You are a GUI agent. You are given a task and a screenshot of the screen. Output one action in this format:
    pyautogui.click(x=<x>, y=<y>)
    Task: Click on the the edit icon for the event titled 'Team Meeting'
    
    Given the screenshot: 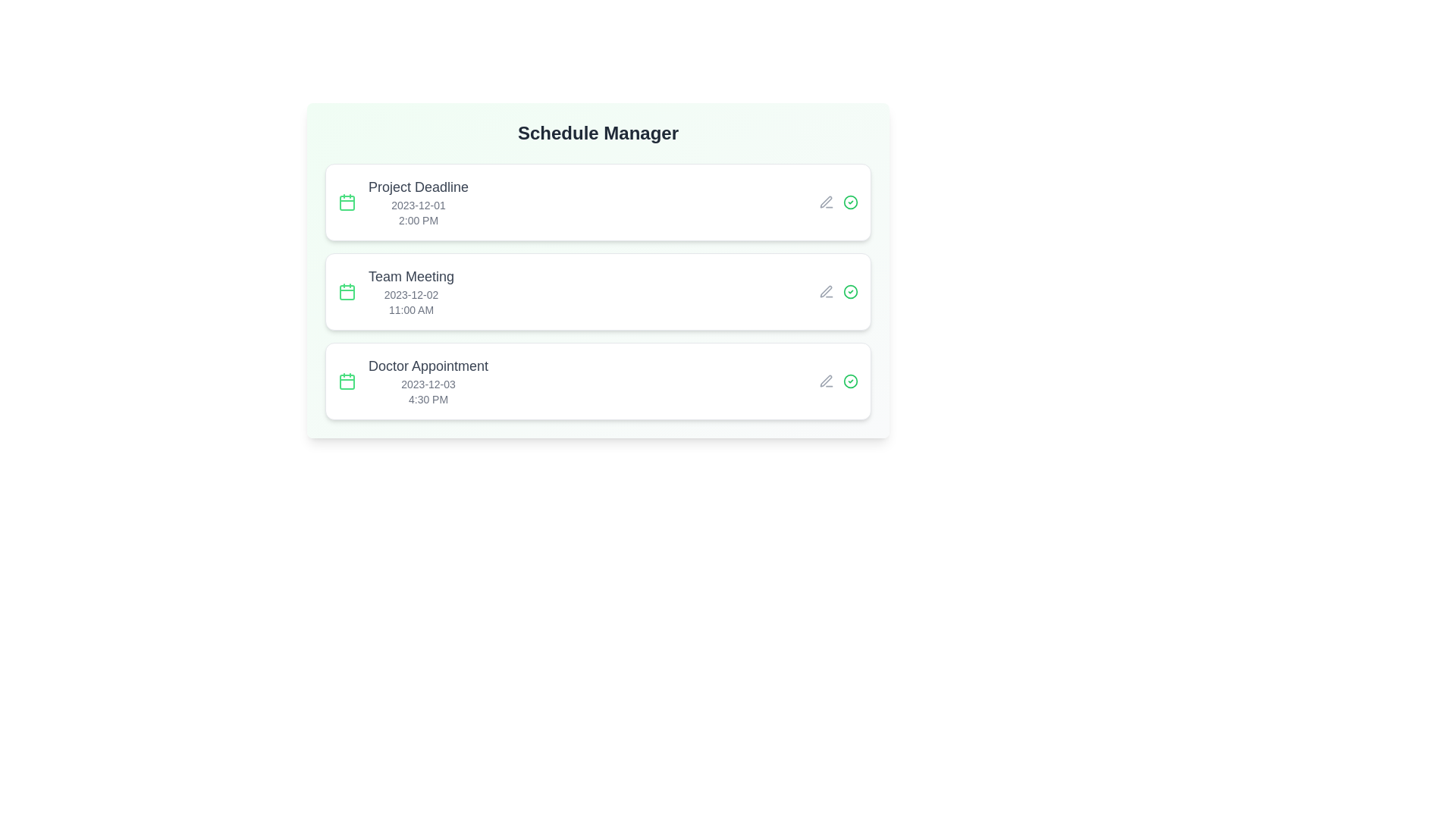 What is the action you would take?
    pyautogui.click(x=825, y=292)
    